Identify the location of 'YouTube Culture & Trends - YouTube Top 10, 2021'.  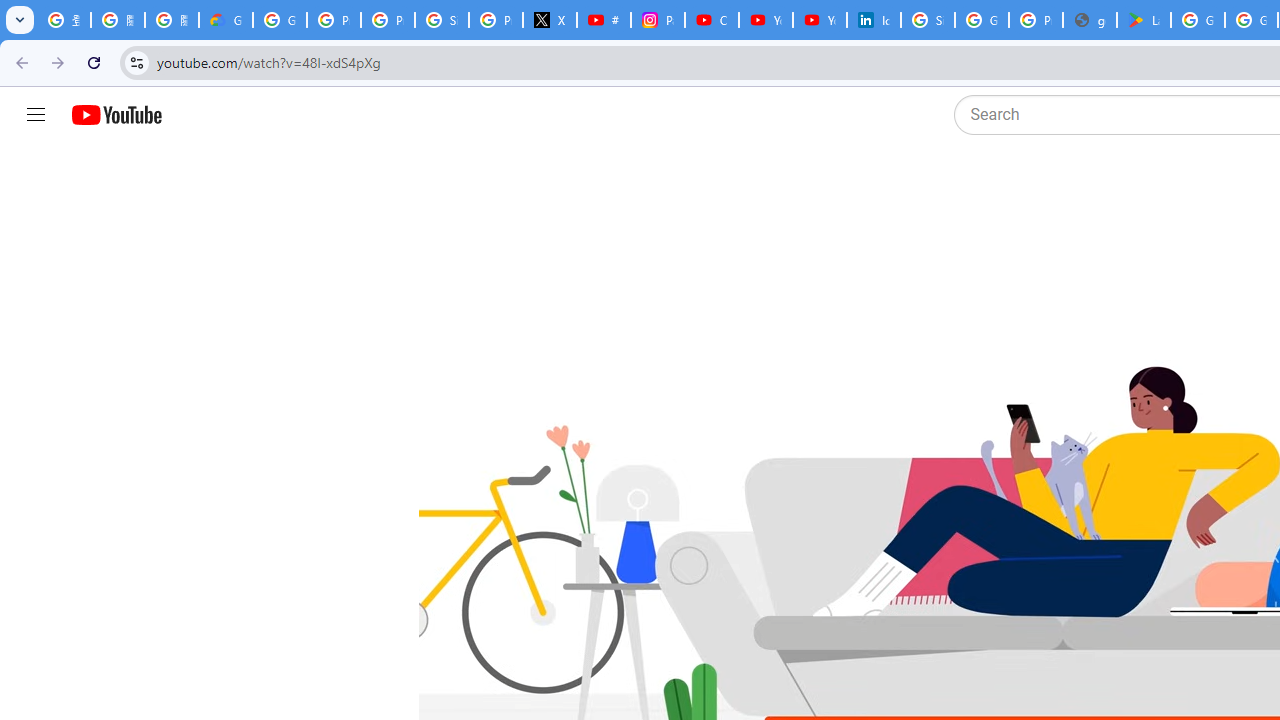
(819, 20).